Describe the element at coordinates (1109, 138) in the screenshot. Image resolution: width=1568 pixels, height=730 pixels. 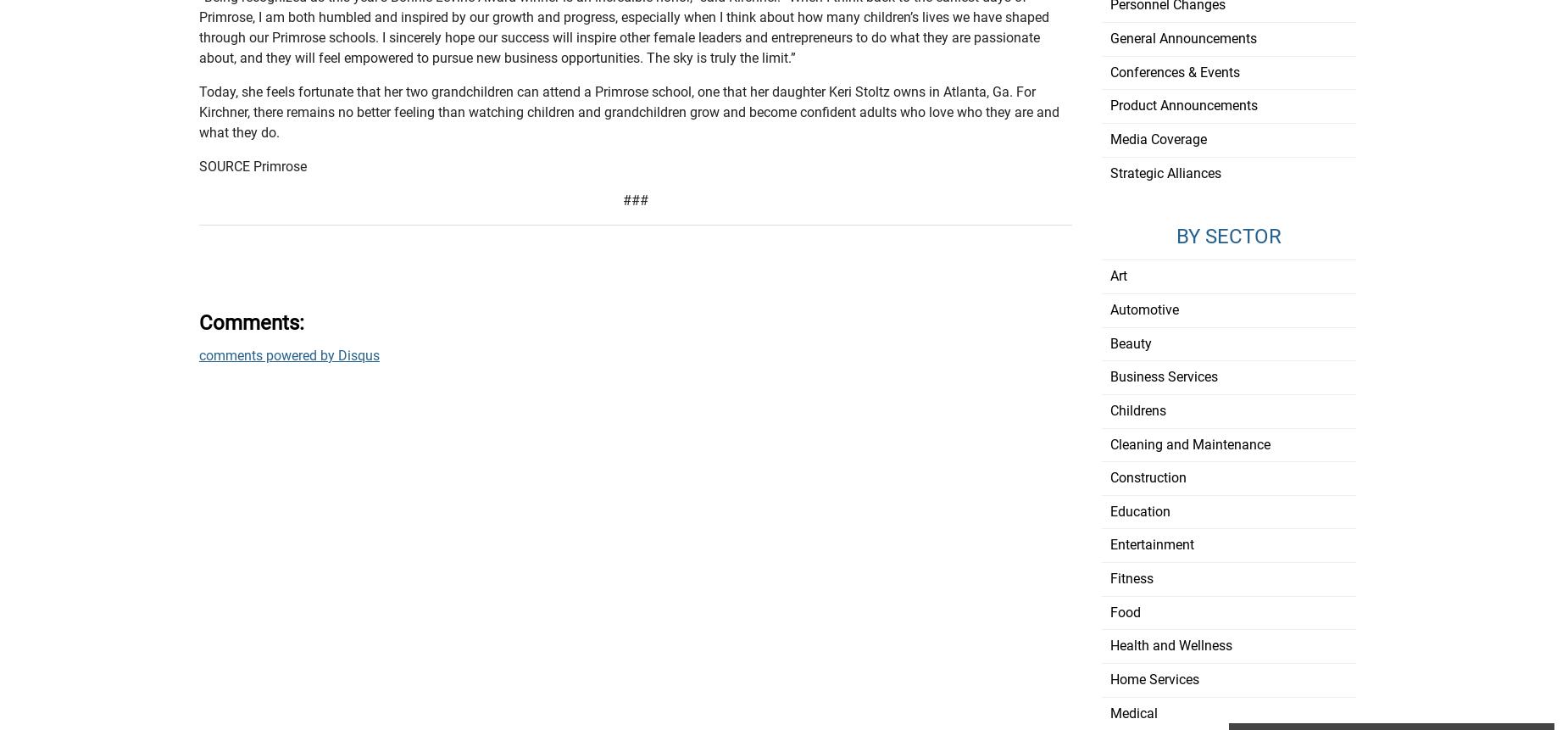
I see `'Media Coverage'` at that location.